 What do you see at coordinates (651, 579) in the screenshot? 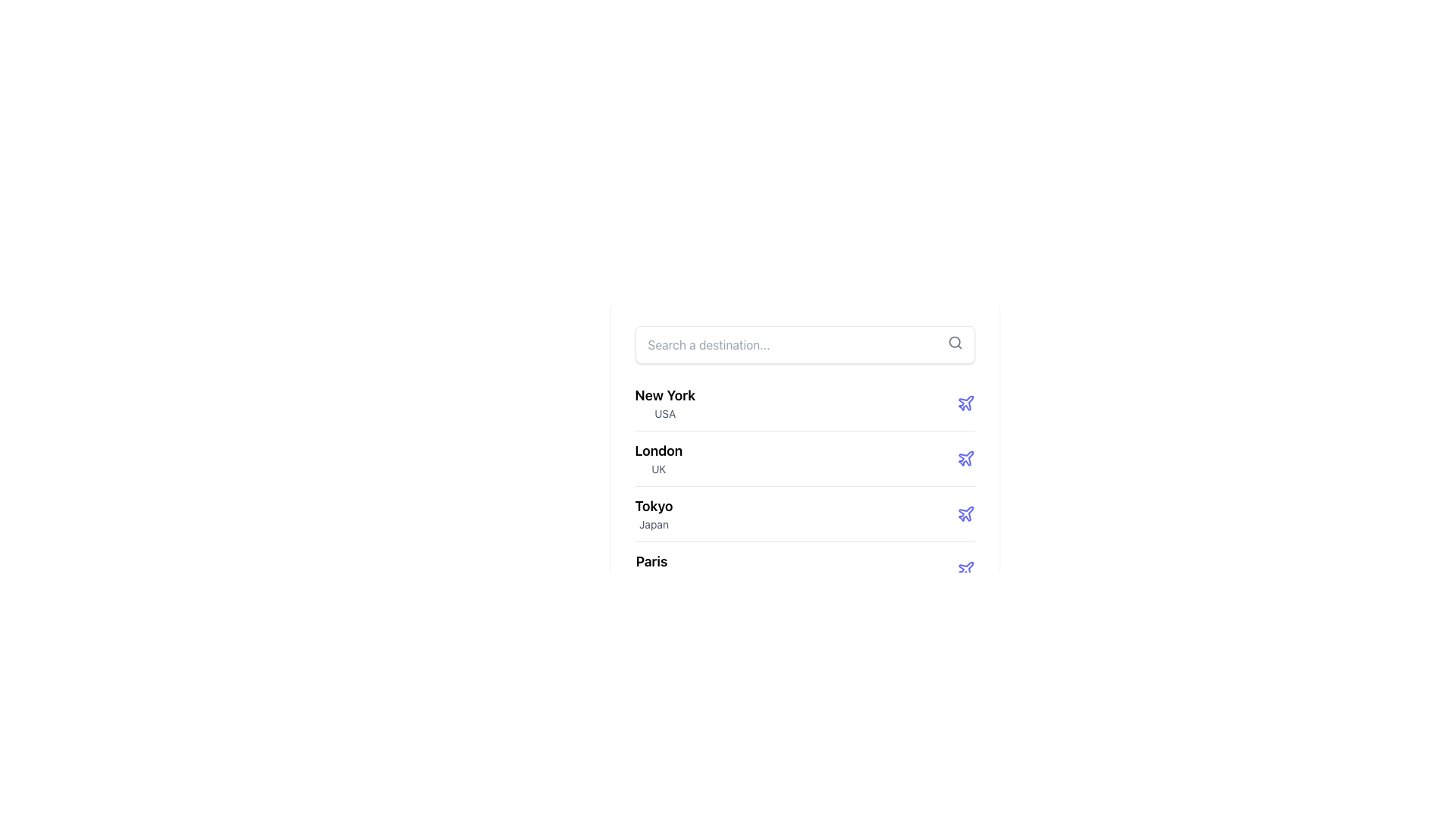
I see `the text label that specifies the country 'France' associated with the city 'Paris' for accessibility purposes` at bounding box center [651, 579].